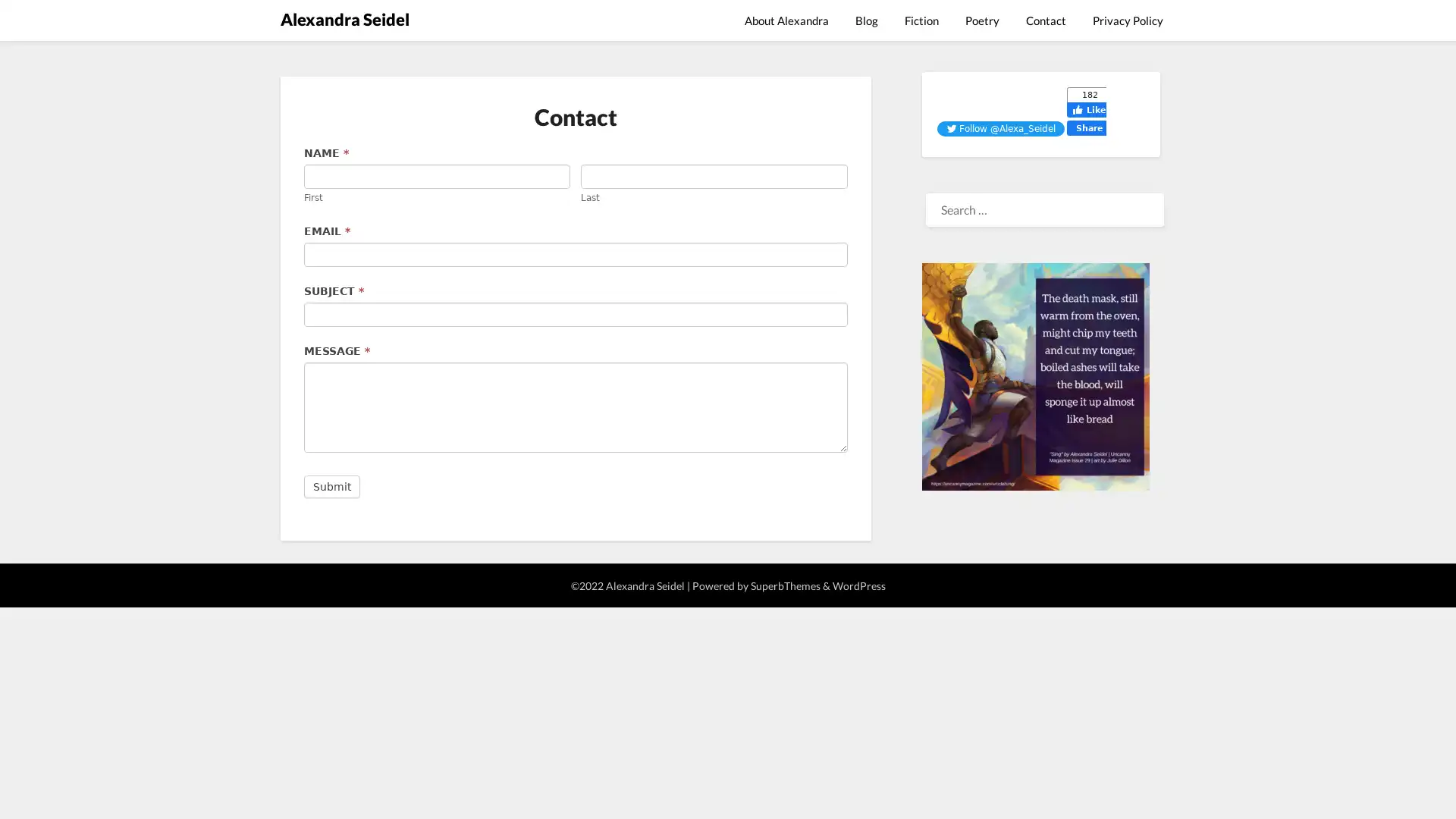  Describe the element at coordinates (331, 485) in the screenshot. I see `Submit` at that location.